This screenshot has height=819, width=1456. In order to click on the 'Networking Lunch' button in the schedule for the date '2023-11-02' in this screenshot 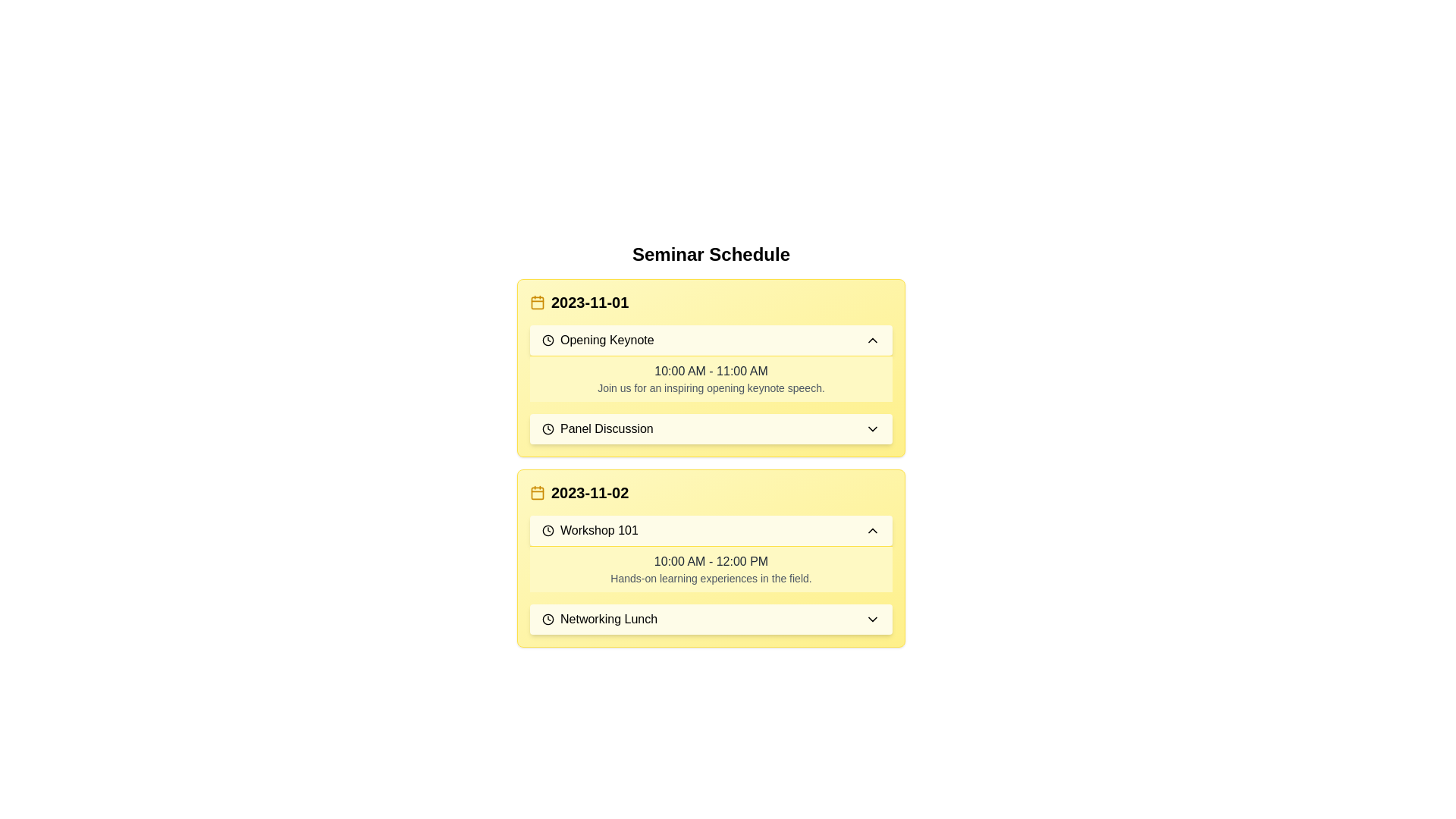, I will do `click(710, 620)`.